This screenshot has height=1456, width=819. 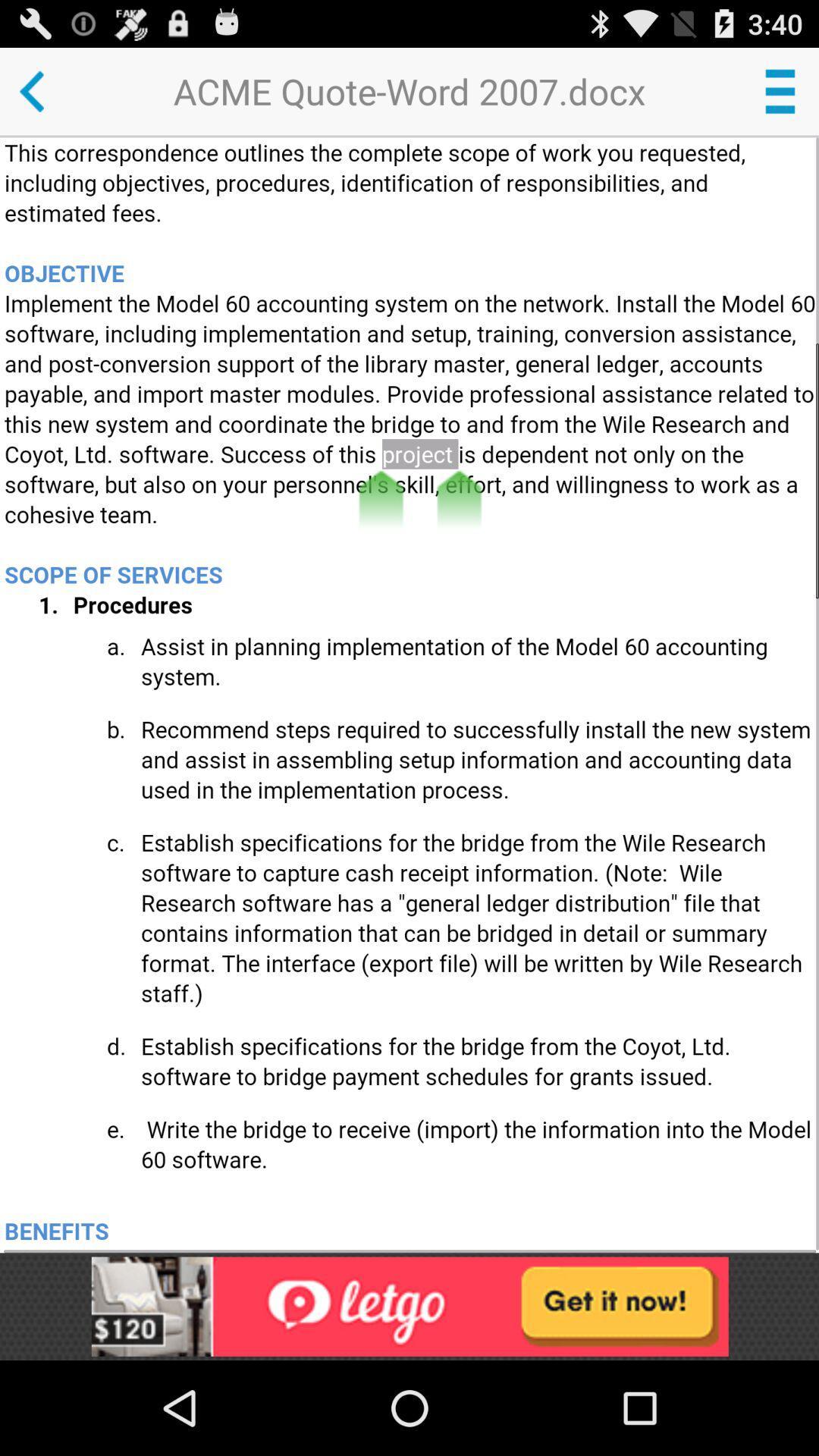 I want to click on document page, so click(x=411, y=694).